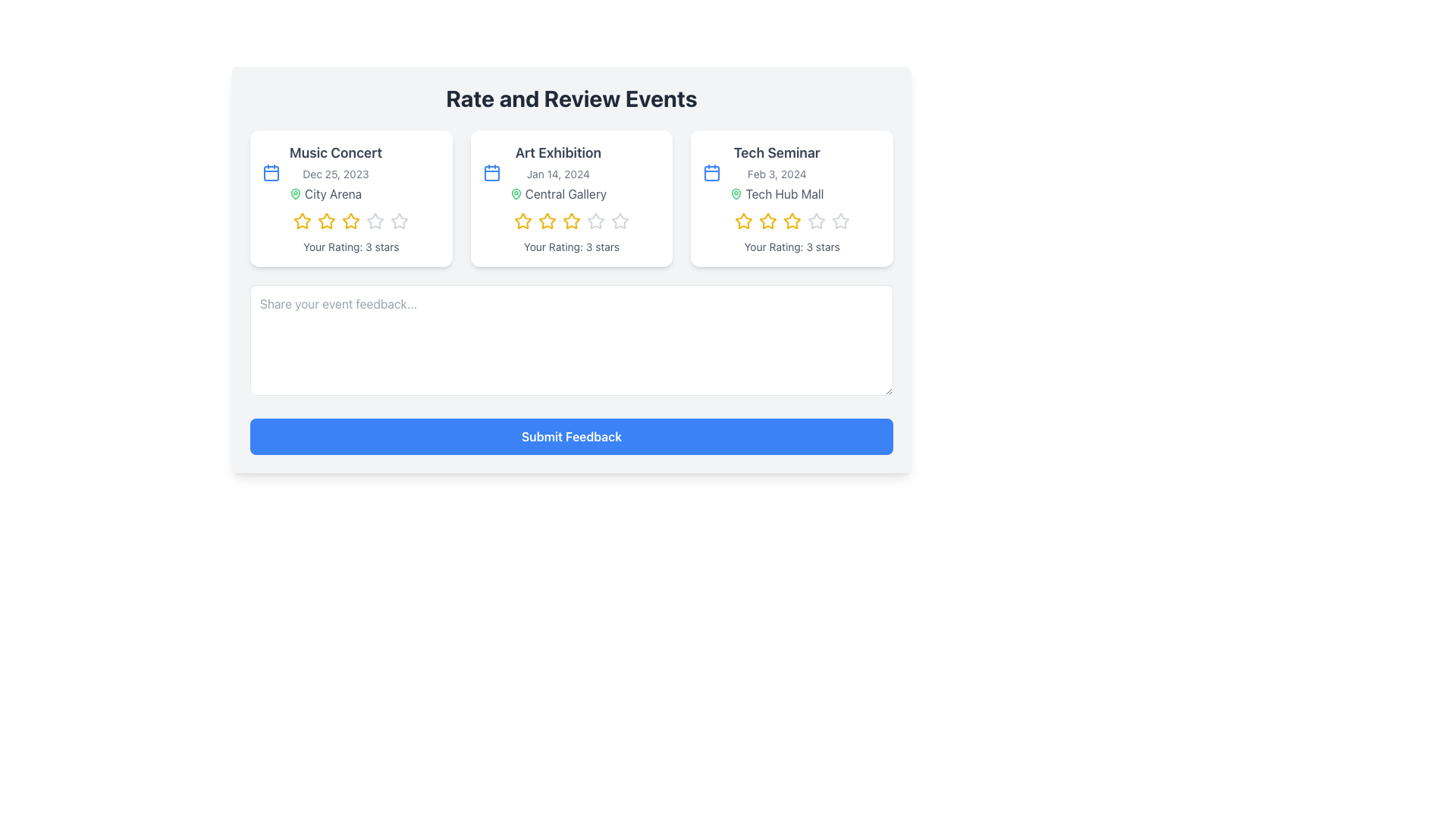 The image size is (1456, 819). Describe the element at coordinates (557, 193) in the screenshot. I see `the 'Central Gallery' text label with a green location pin icon located under the 'Art Exhibition' title and 'Jan 14, 2024' date in the middle card of the layout` at that location.